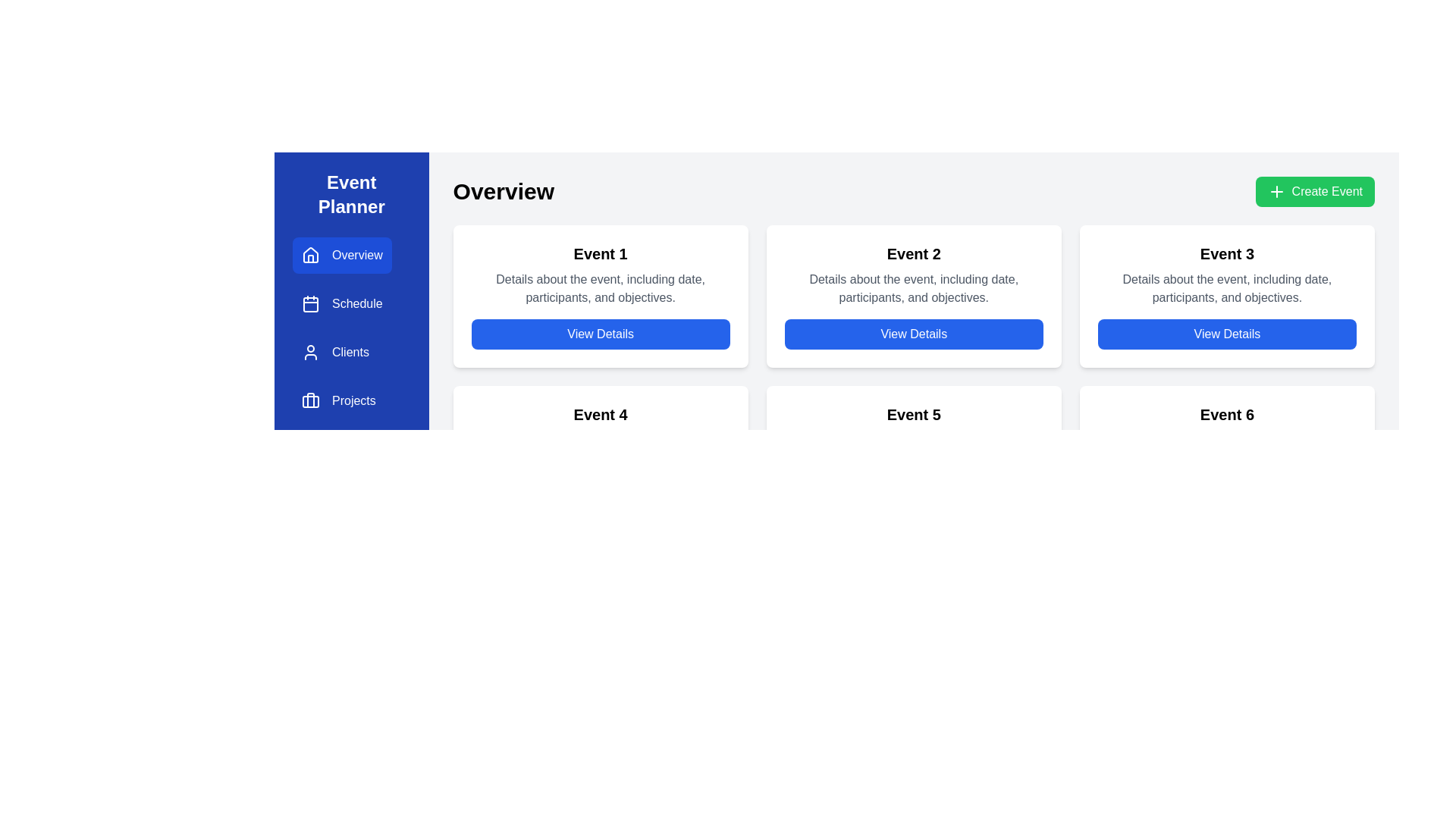 This screenshot has width=1456, height=819. Describe the element at coordinates (1227, 275) in the screenshot. I see `the text block that provides a title and brief summary about 'Event 3', located below the 'Overview' header and to the right of the second card in the grid layout` at that location.